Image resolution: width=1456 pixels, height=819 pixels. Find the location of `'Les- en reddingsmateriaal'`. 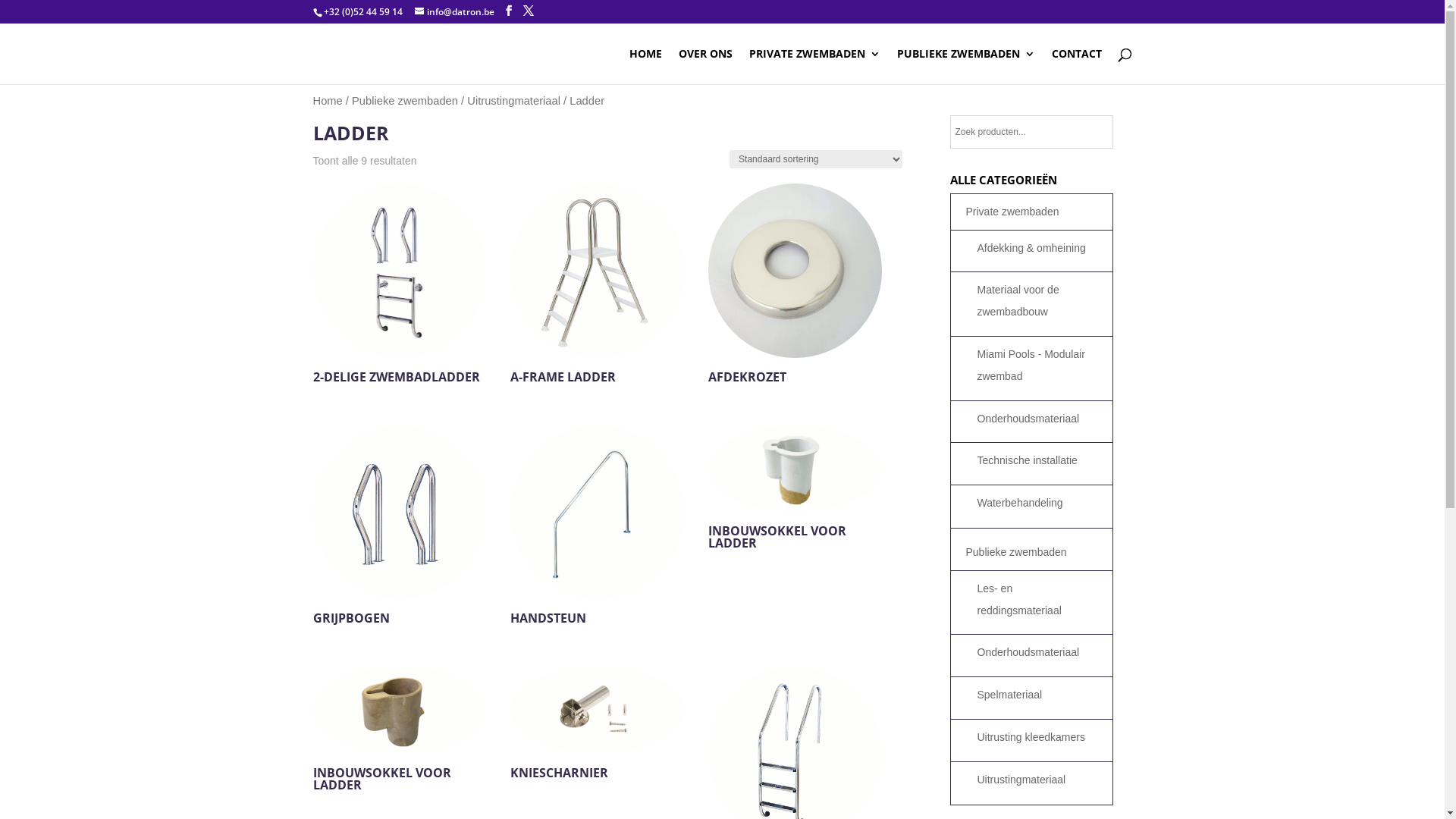

'Les- en reddingsmateriaal' is located at coordinates (1036, 598).